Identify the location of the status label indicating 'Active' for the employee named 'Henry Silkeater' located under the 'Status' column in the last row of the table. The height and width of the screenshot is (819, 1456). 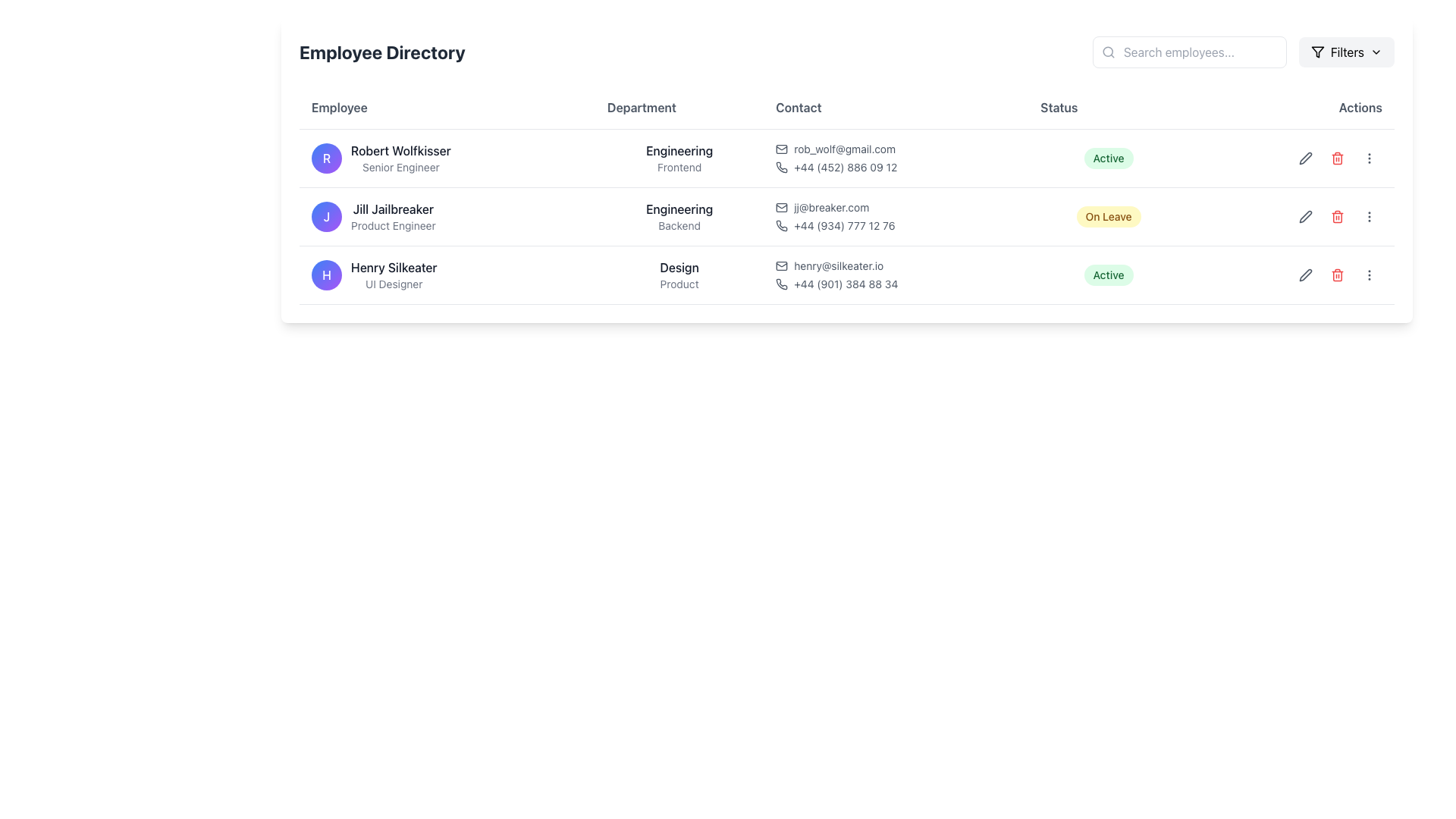
(1109, 275).